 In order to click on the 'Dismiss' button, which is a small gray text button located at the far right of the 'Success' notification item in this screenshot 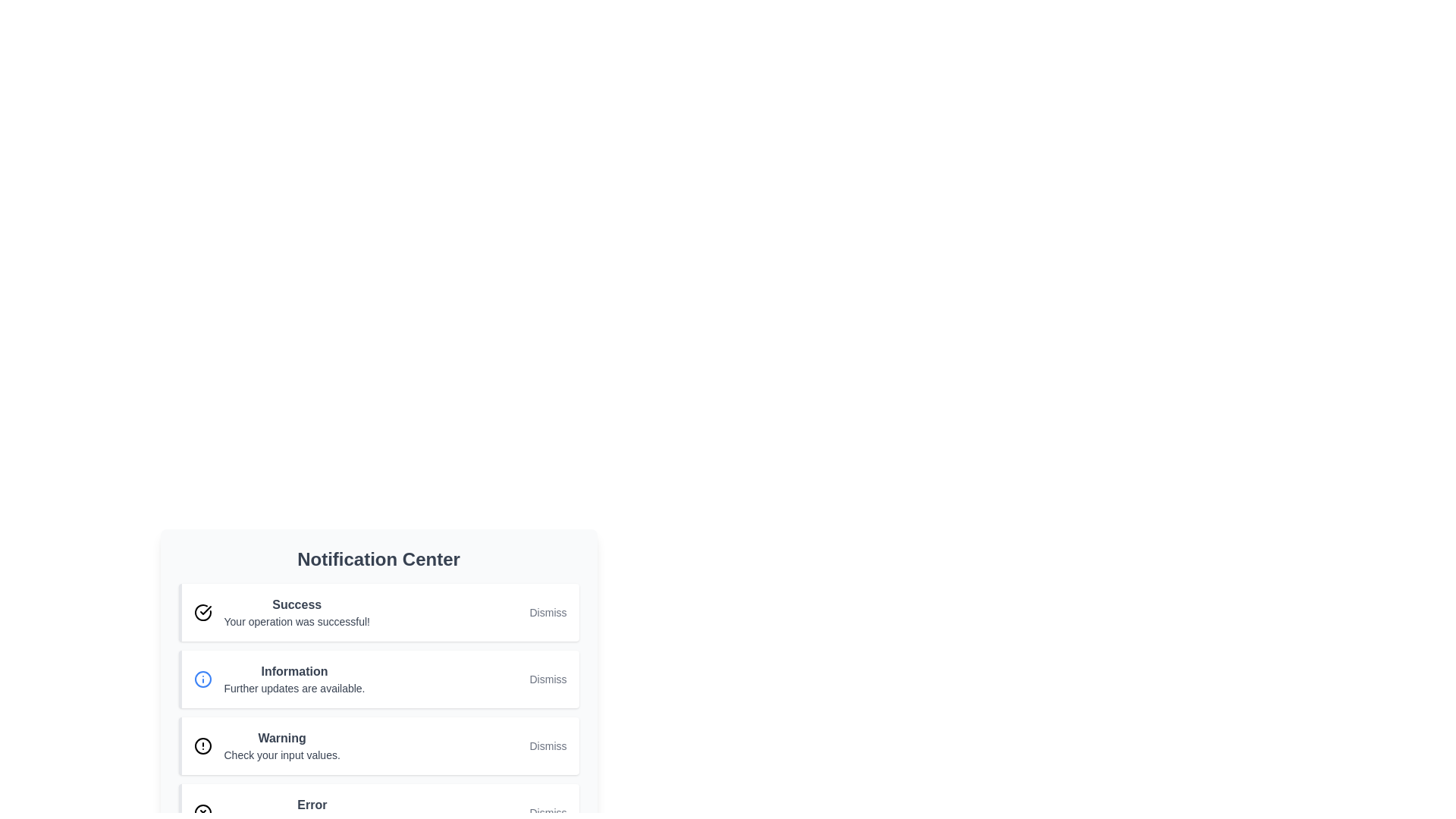, I will do `click(548, 611)`.